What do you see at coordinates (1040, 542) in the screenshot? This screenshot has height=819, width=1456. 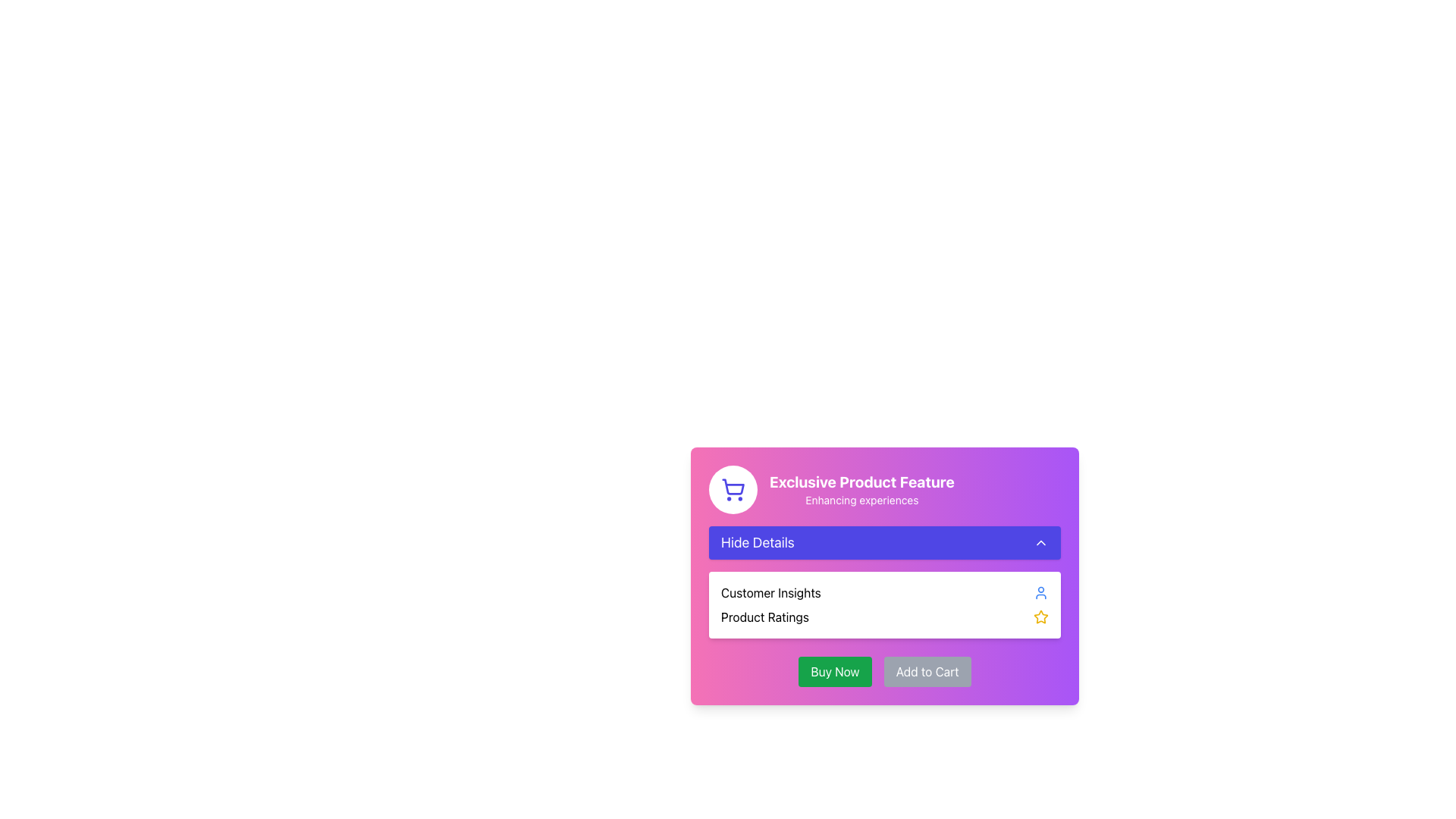 I see `the chevron icon located at the far-right side of the 'Hide Details' button` at bounding box center [1040, 542].